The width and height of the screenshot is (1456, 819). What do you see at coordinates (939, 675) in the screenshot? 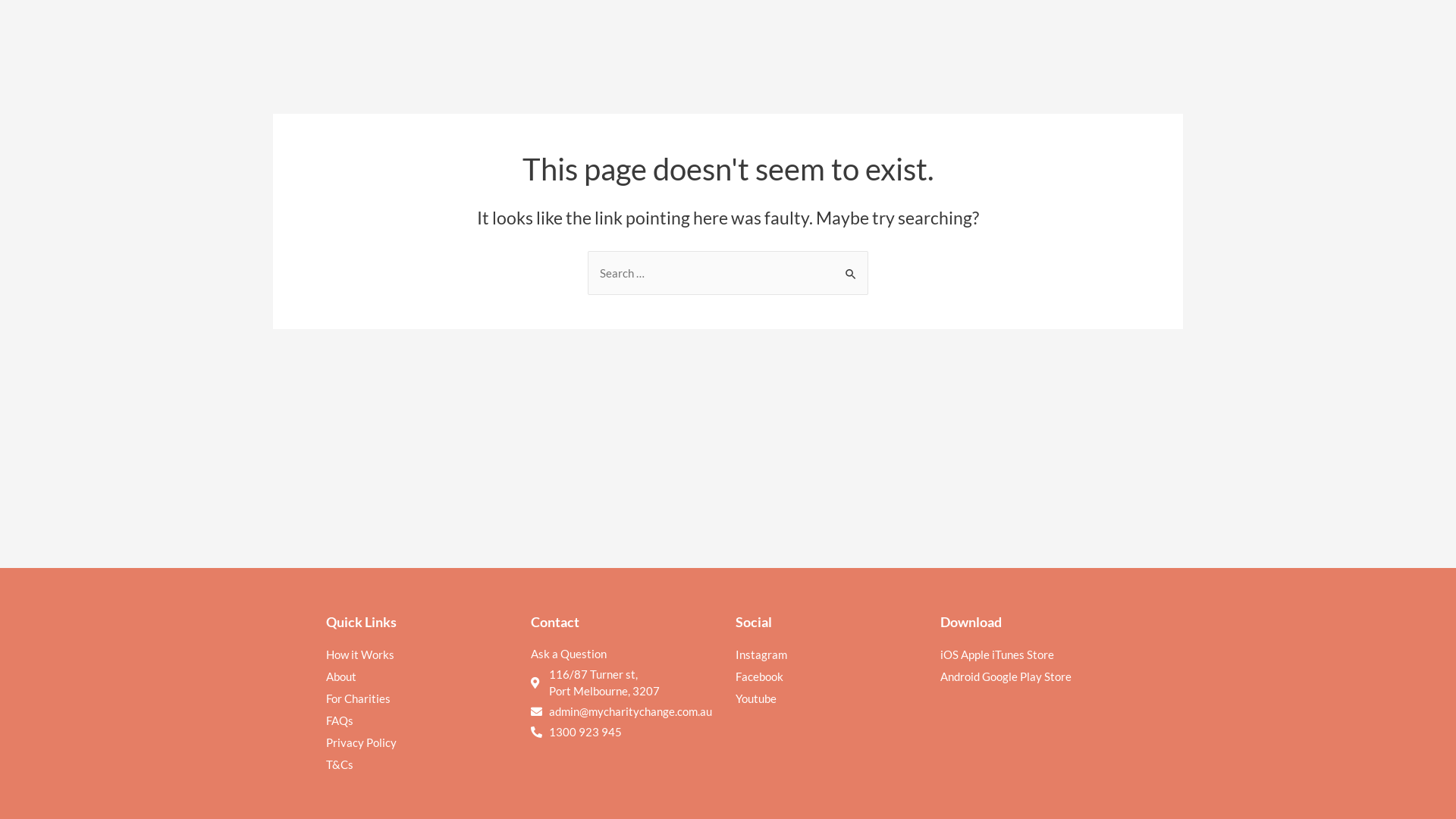
I see `'Android Google Play Store'` at bounding box center [939, 675].